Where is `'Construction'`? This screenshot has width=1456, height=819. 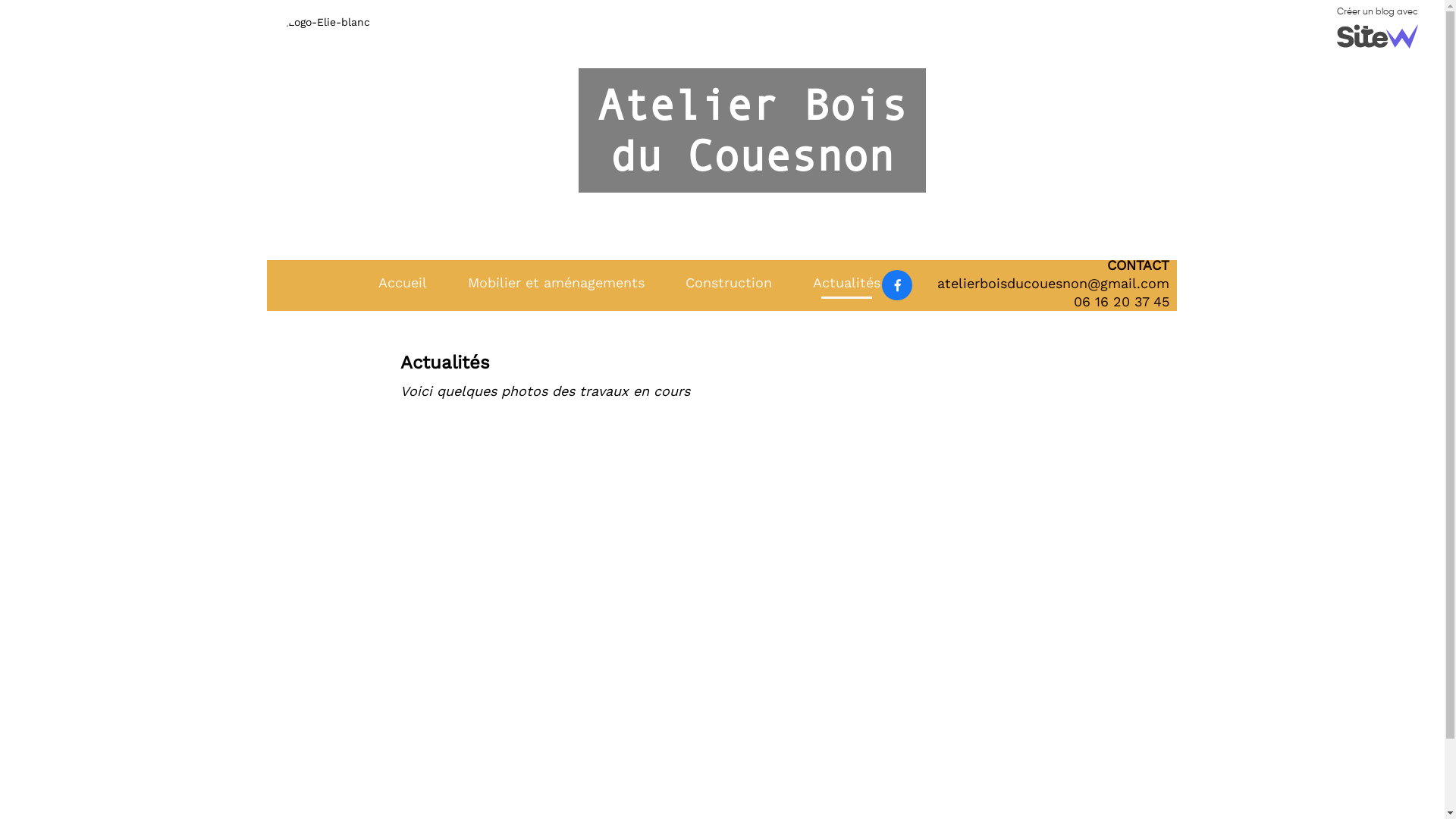
'Construction' is located at coordinates (677, 283).